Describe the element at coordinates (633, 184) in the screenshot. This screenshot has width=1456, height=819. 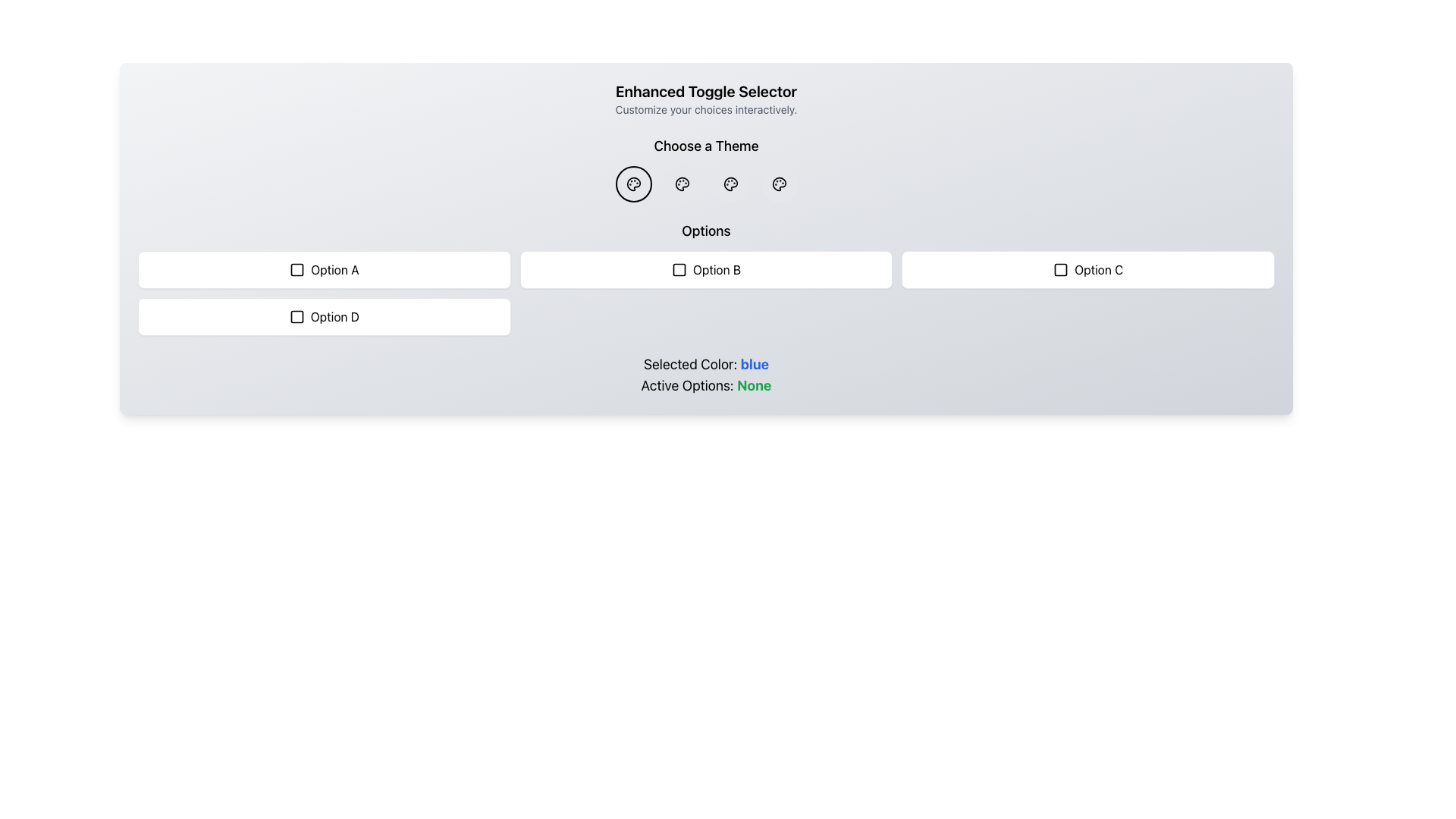
I see `the central graphical icon of the 'Choose a Theme' palette located at the top center of the interface` at that location.